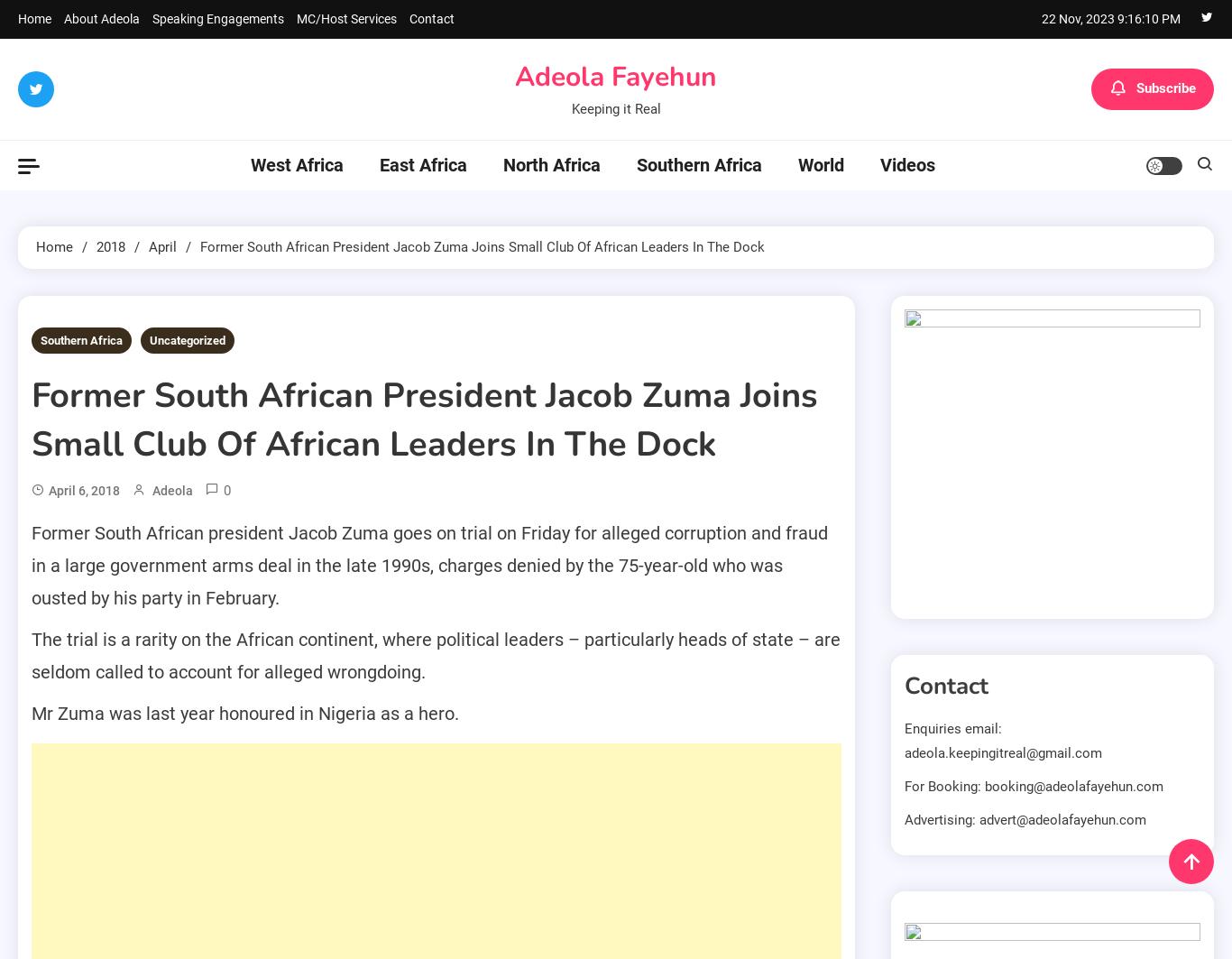 The image size is (1232, 959). I want to click on 'Adeola Fayehun', so click(616, 77).